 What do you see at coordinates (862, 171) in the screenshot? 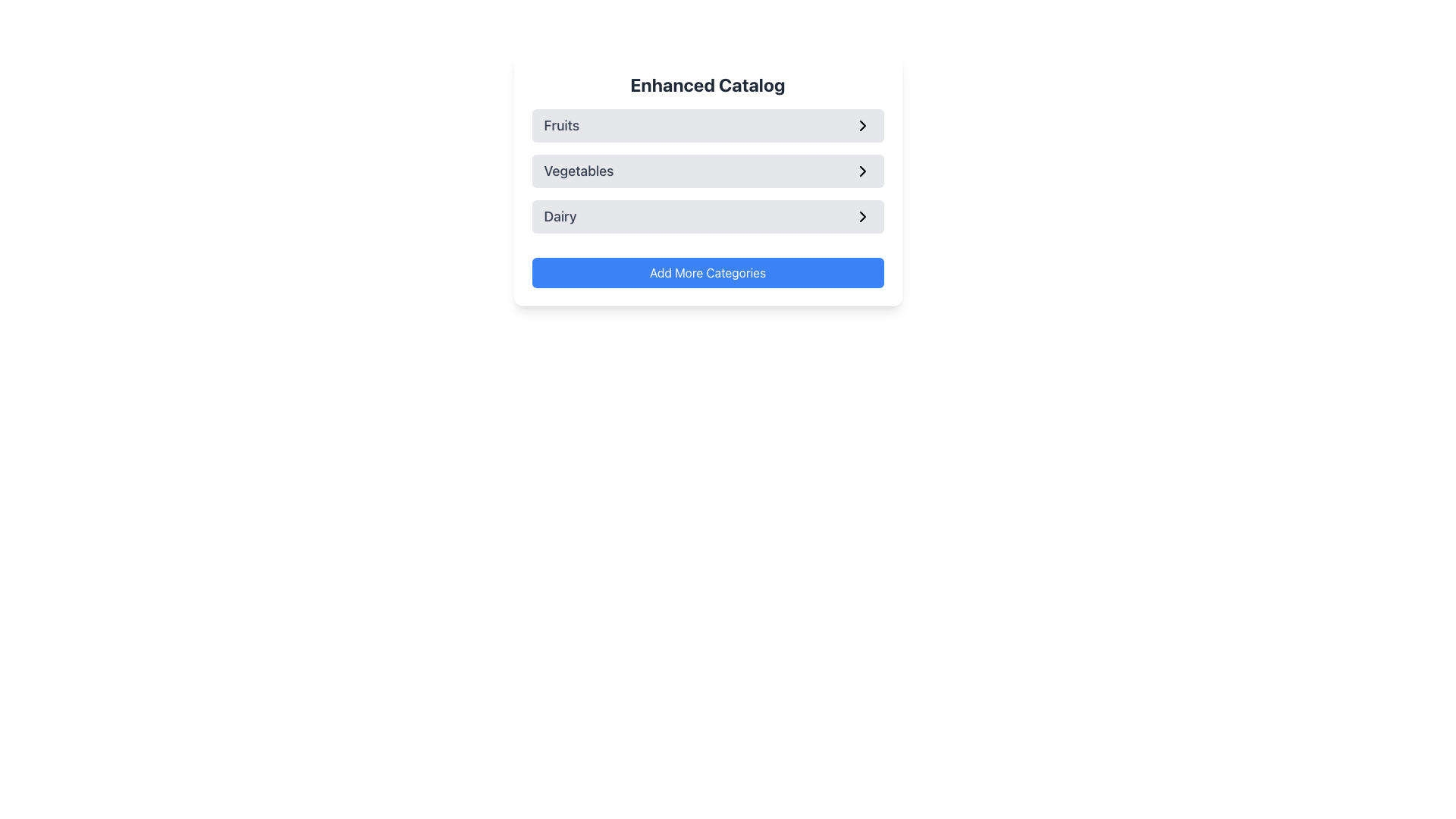
I see `the right-facing chevron arrow icon located to the far right of the 'Vegetables' text in the second item of the vertical list` at bounding box center [862, 171].